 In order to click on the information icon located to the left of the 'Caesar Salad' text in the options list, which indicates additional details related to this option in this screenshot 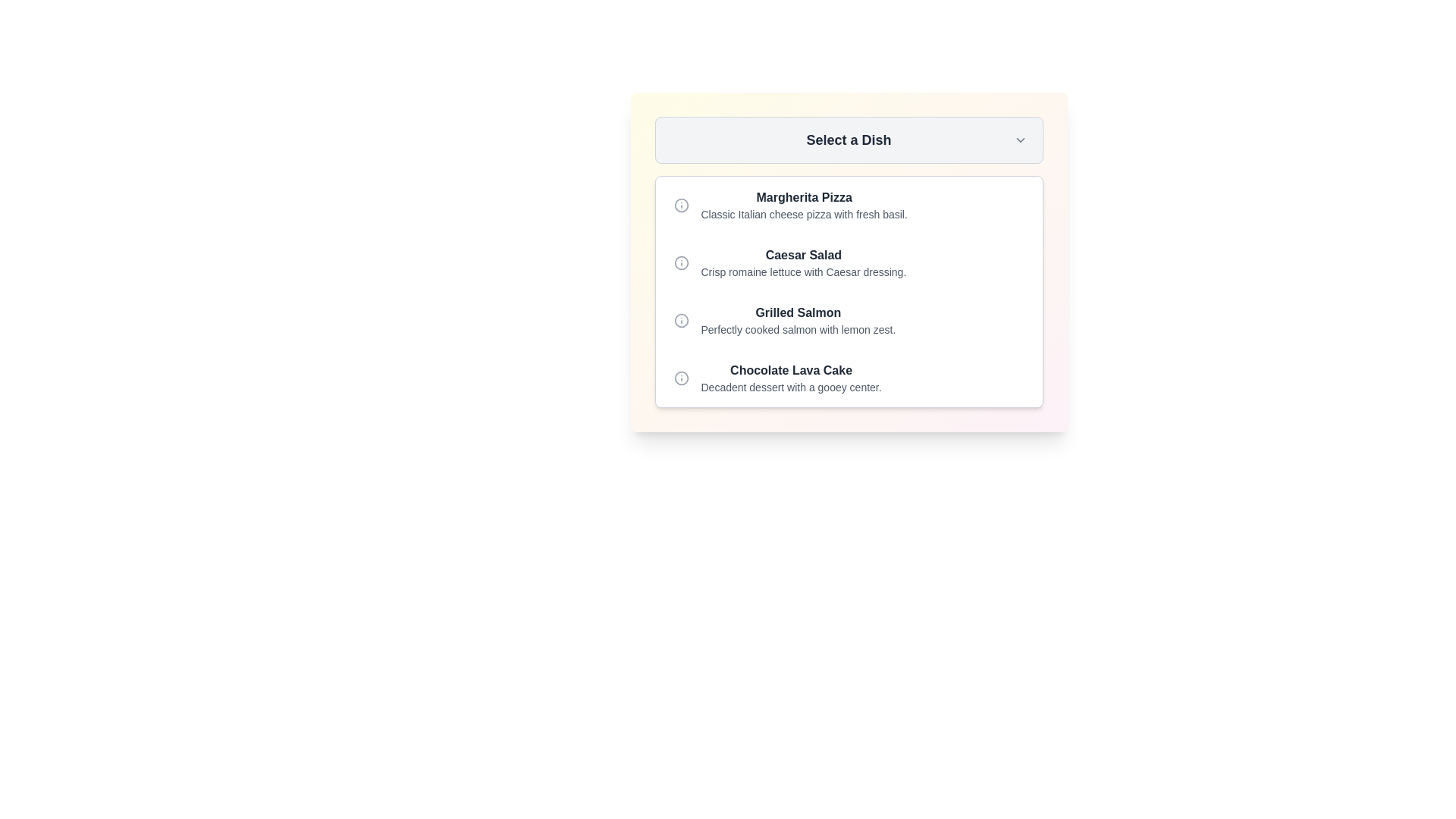, I will do `click(680, 262)`.